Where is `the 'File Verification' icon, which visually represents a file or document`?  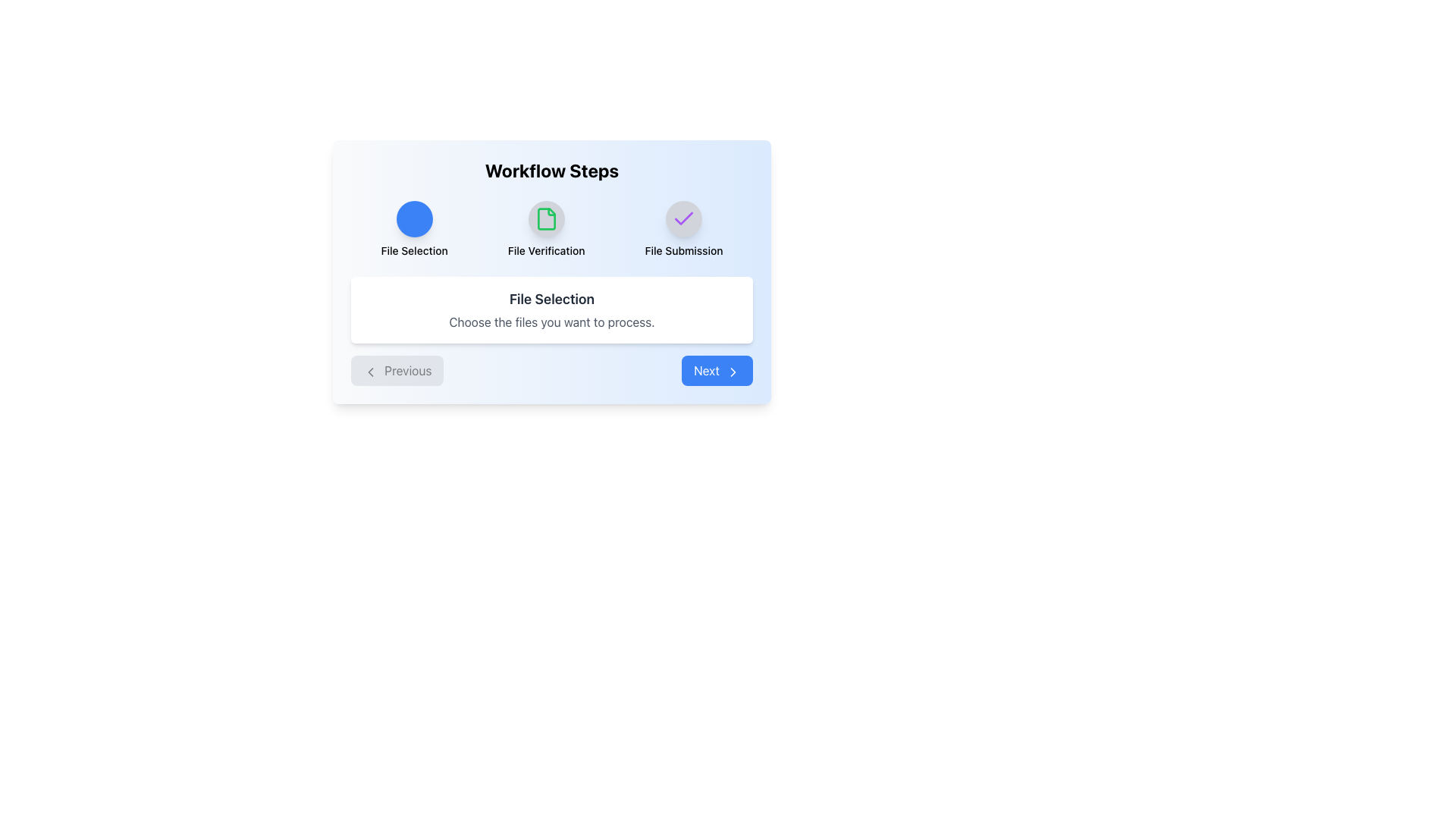 the 'File Verification' icon, which visually represents a file or document is located at coordinates (546, 219).